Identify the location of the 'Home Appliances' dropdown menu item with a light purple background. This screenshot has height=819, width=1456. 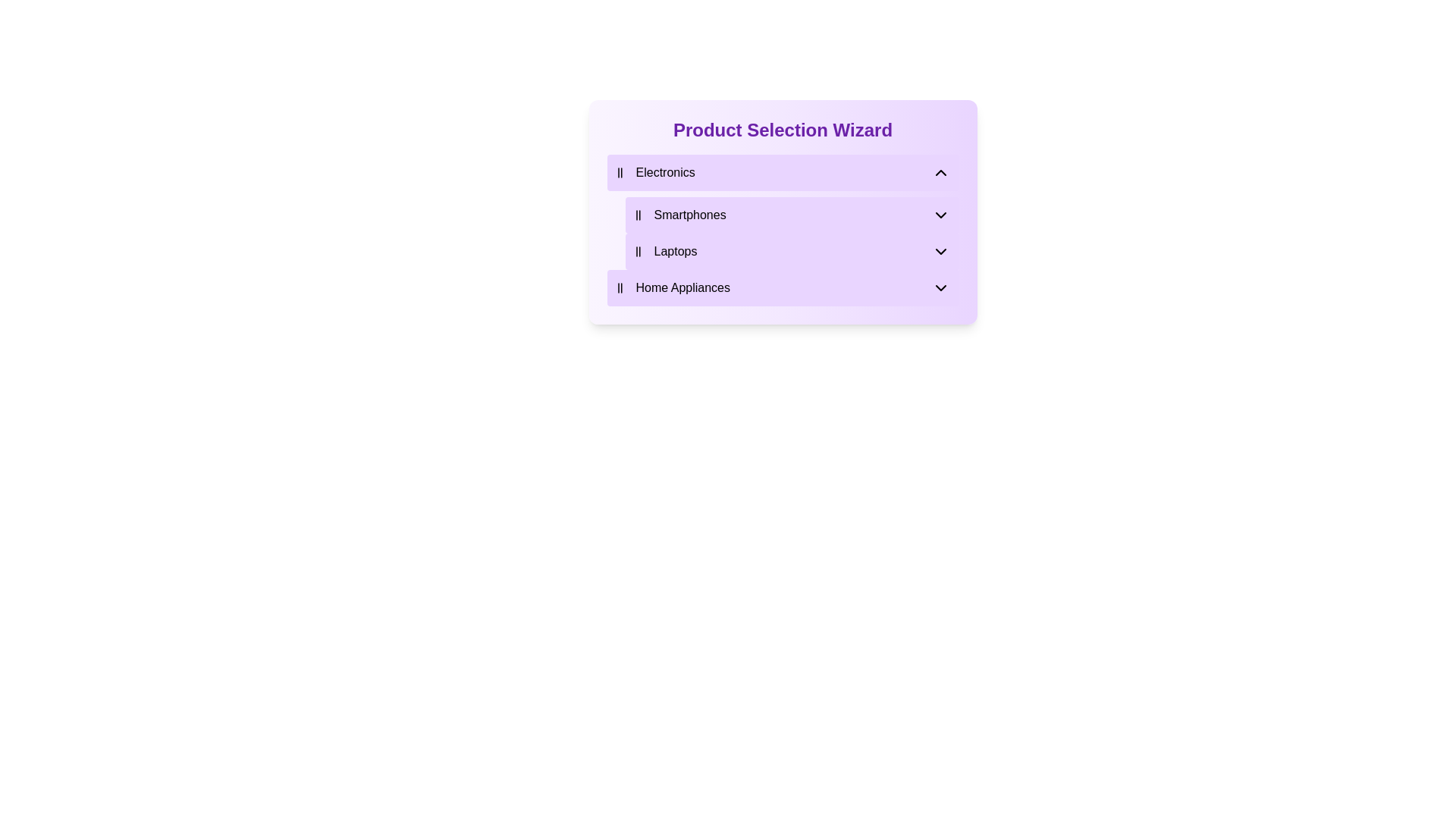
(783, 288).